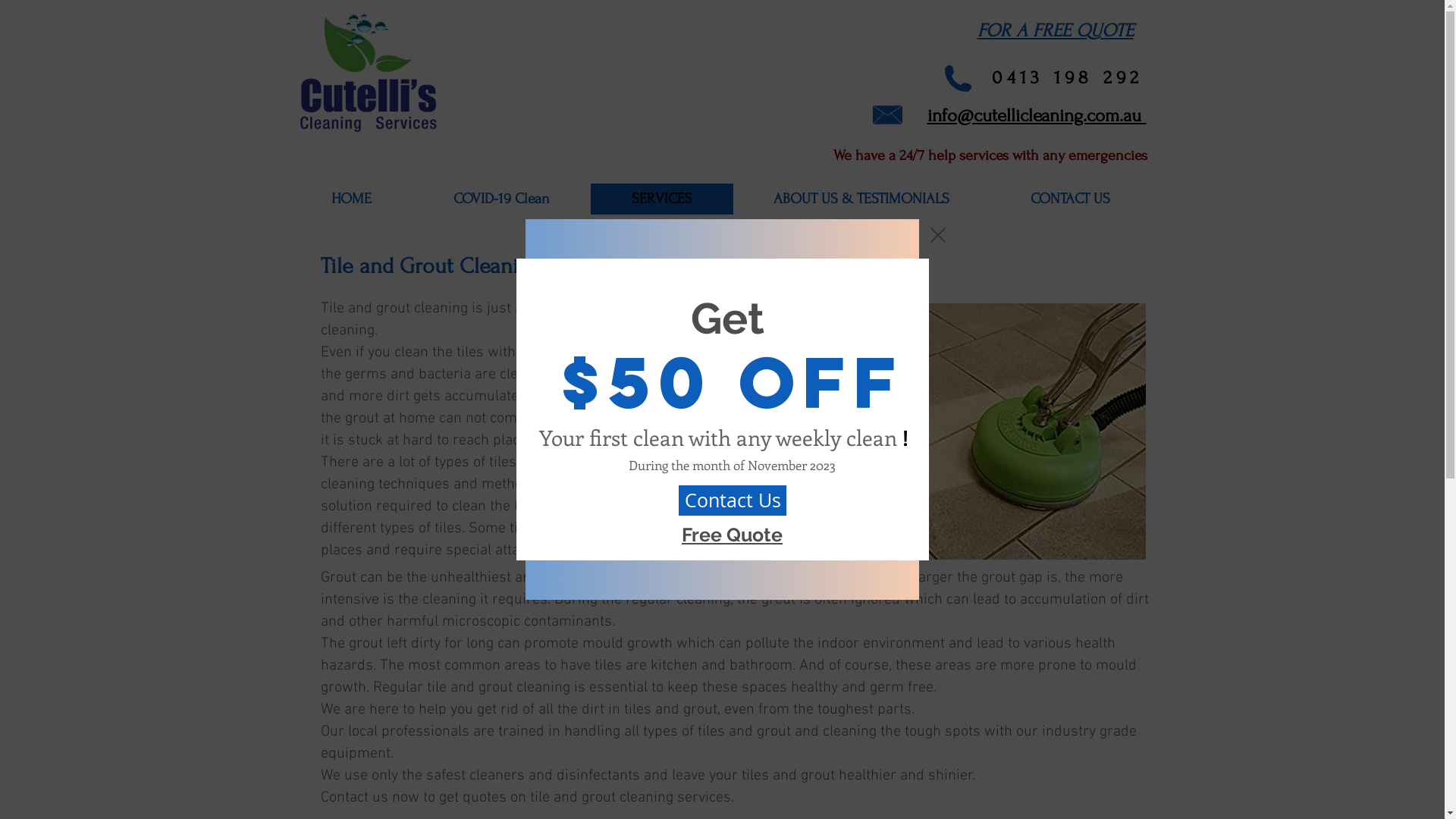  I want to click on 'CONTACT US', so click(1069, 198).